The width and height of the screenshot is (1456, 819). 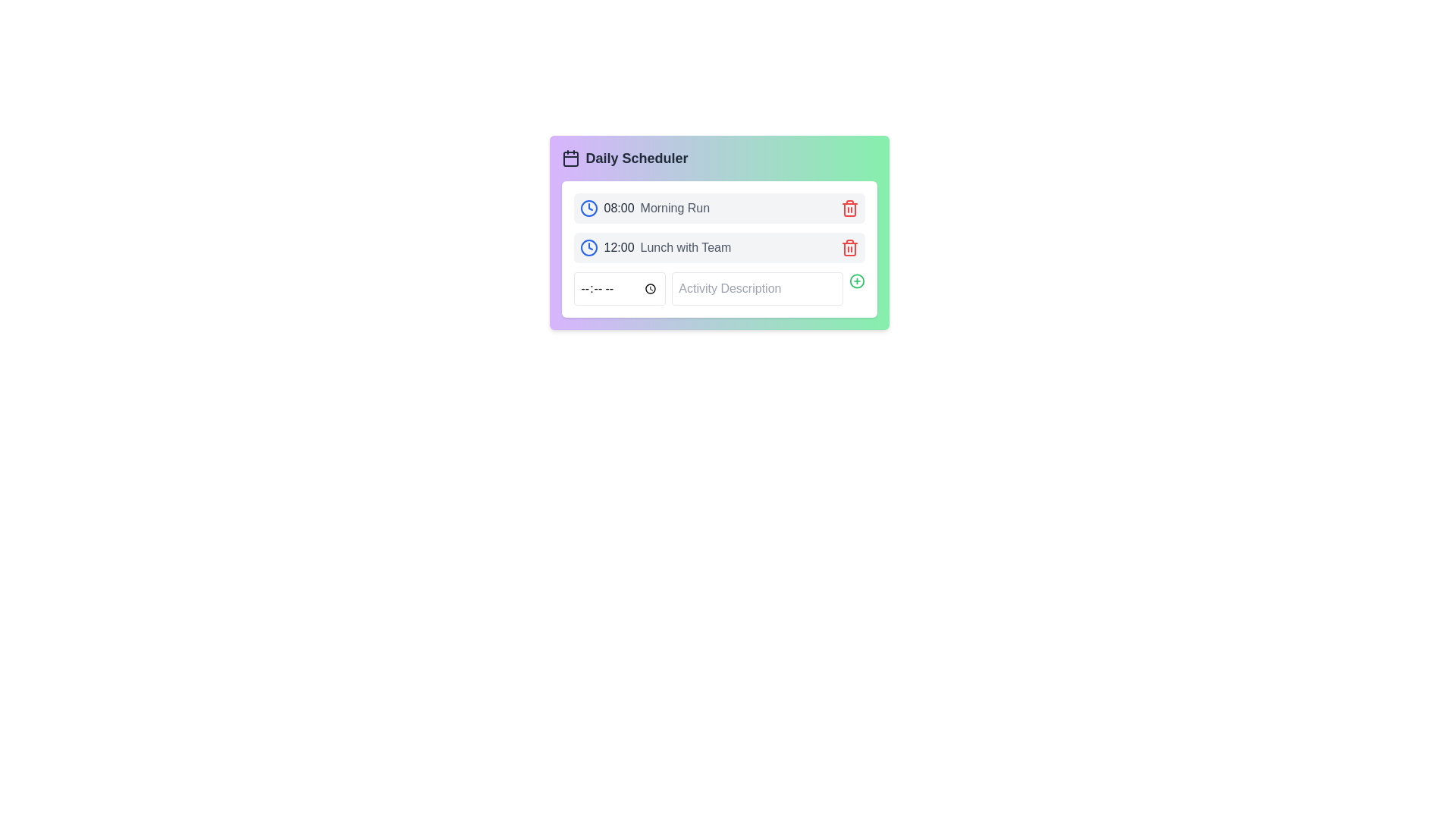 What do you see at coordinates (588, 208) in the screenshot?
I see `the Clock Icon located to the left of the time '08:00' for the activity 'Morning Run', which is the first element in the leftmost position of its row` at bounding box center [588, 208].